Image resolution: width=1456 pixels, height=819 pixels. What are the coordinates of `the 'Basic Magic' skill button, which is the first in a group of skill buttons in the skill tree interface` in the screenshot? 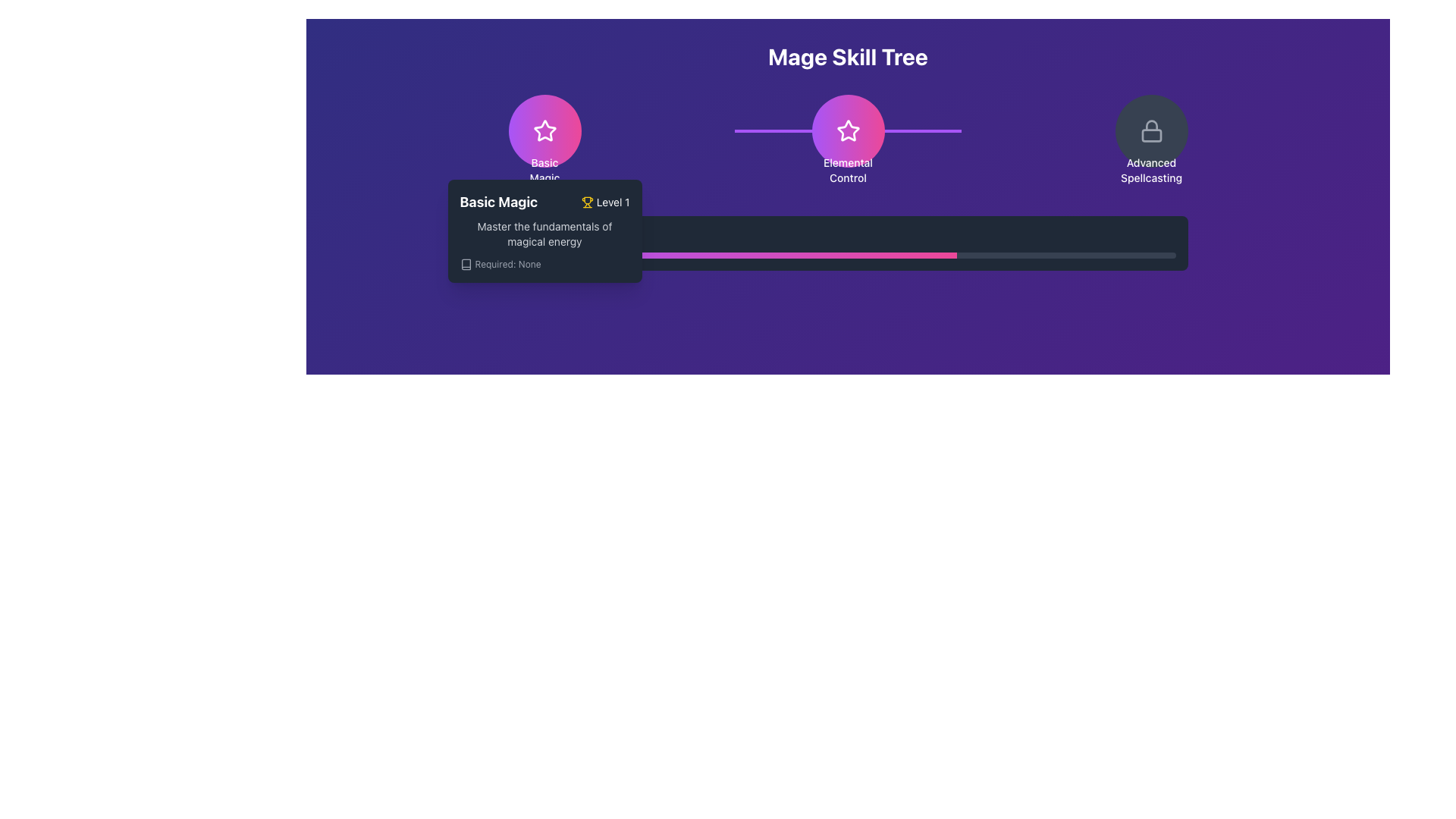 It's located at (544, 130).